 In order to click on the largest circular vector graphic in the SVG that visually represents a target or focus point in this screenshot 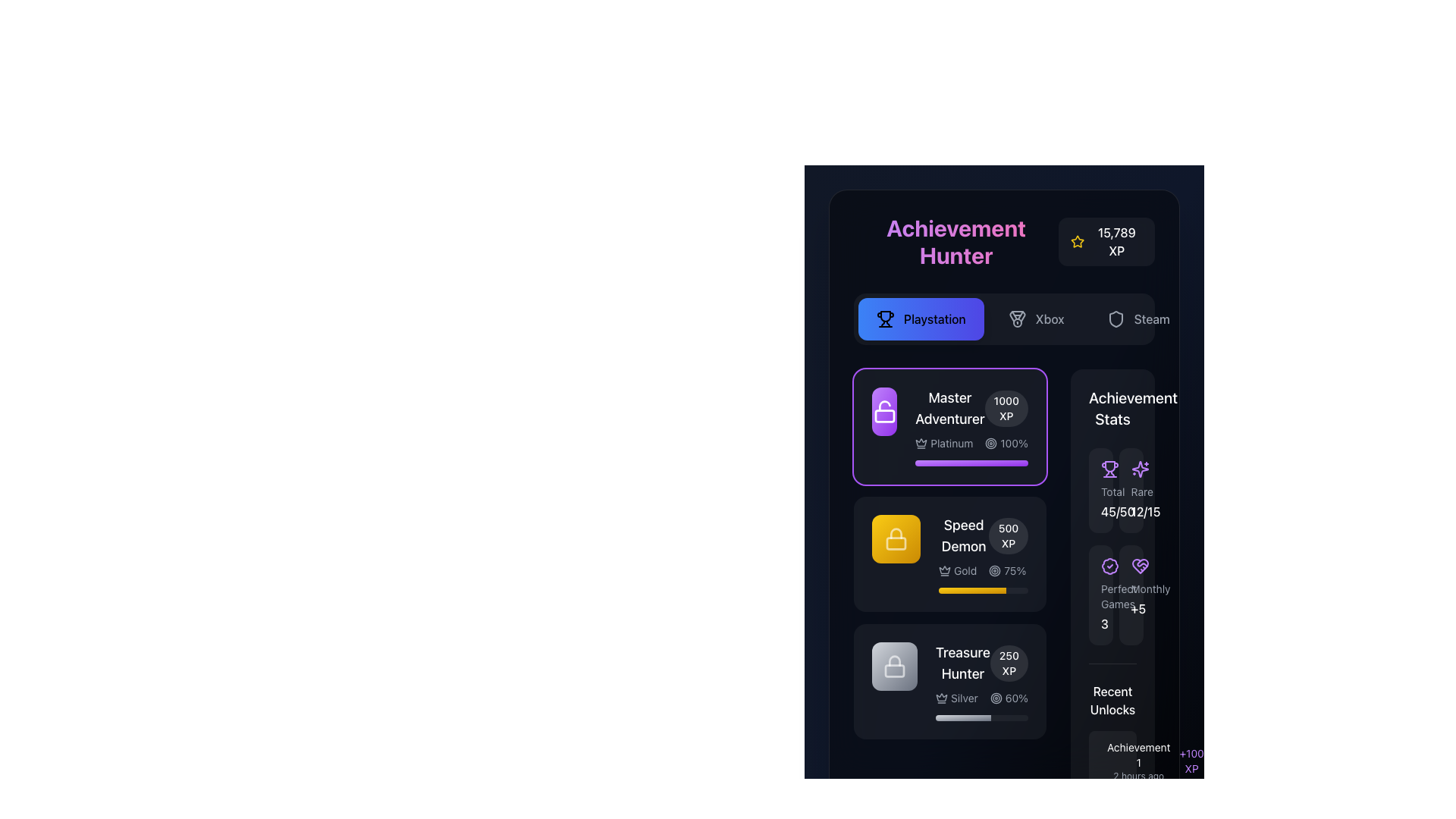, I will do `click(996, 698)`.